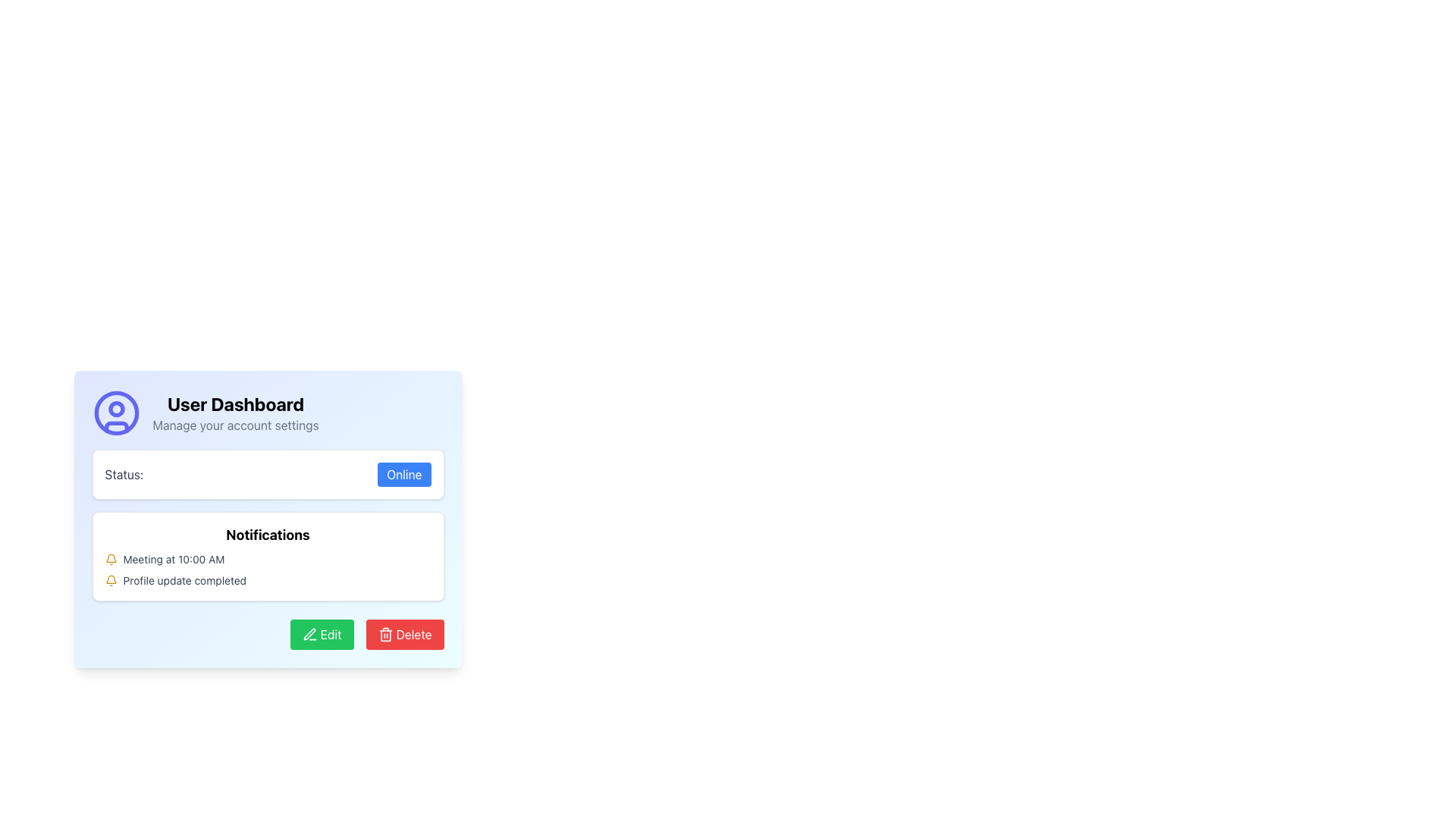 The width and height of the screenshot is (1456, 819). What do you see at coordinates (268, 534) in the screenshot?
I see `the text label that serves as the section header for 'Notifications', which defines the content scope of this section` at bounding box center [268, 534].